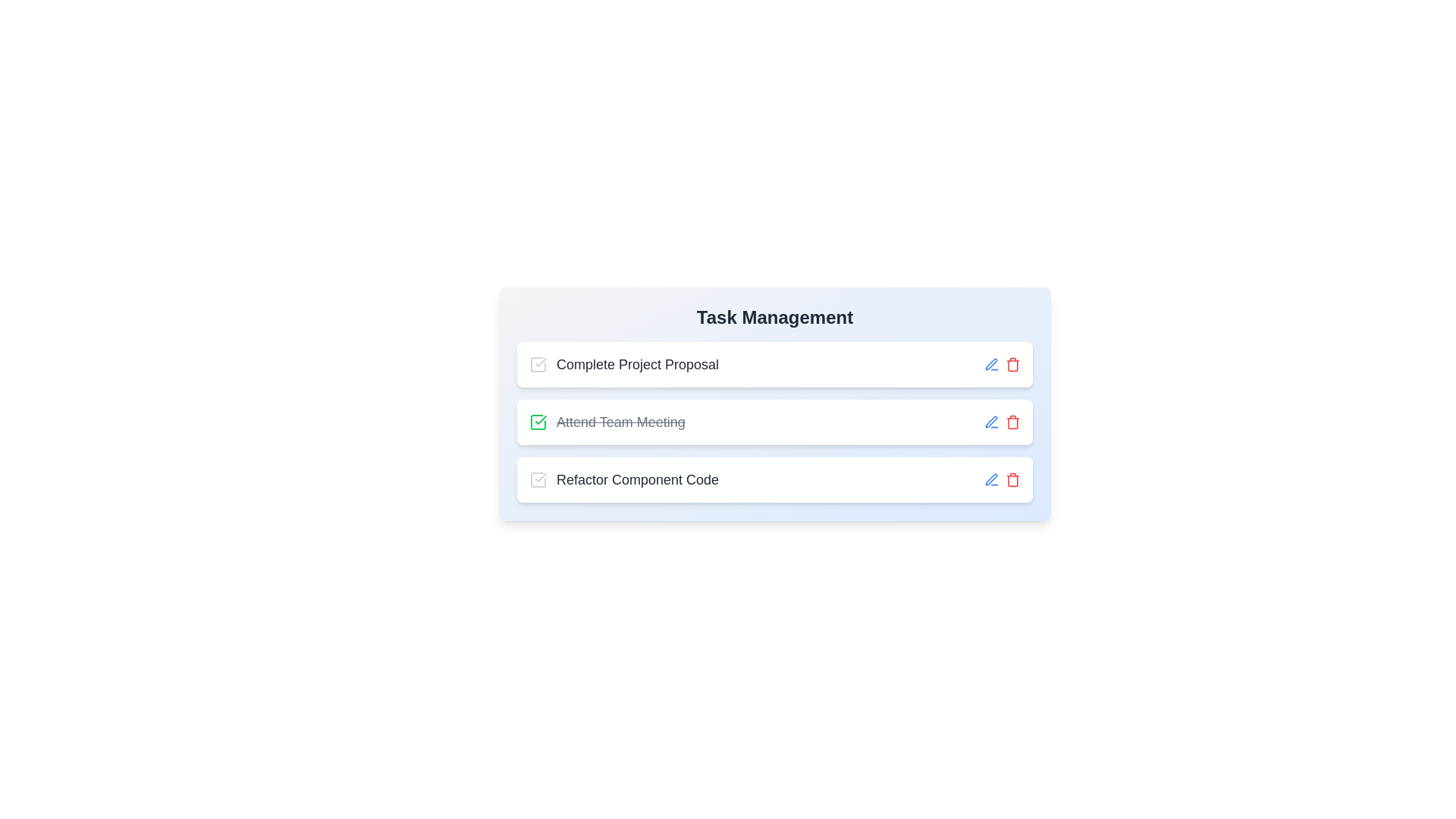  What do you see at coordinates (1002, 479) in the screenshot?
I see `the red delete button, which is part of the composite UI component consisting of two buttons (edit and delete) located in the bottom-right corner of the card labeled 'Refactor Component Code'` at bounding box center [1002, 479].